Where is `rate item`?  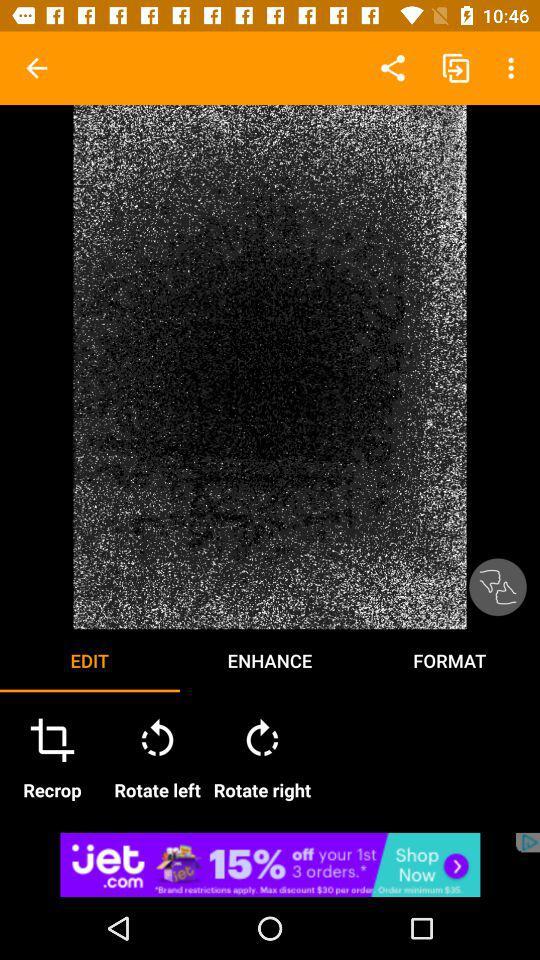
rate item is located at coordinates (496, 587).